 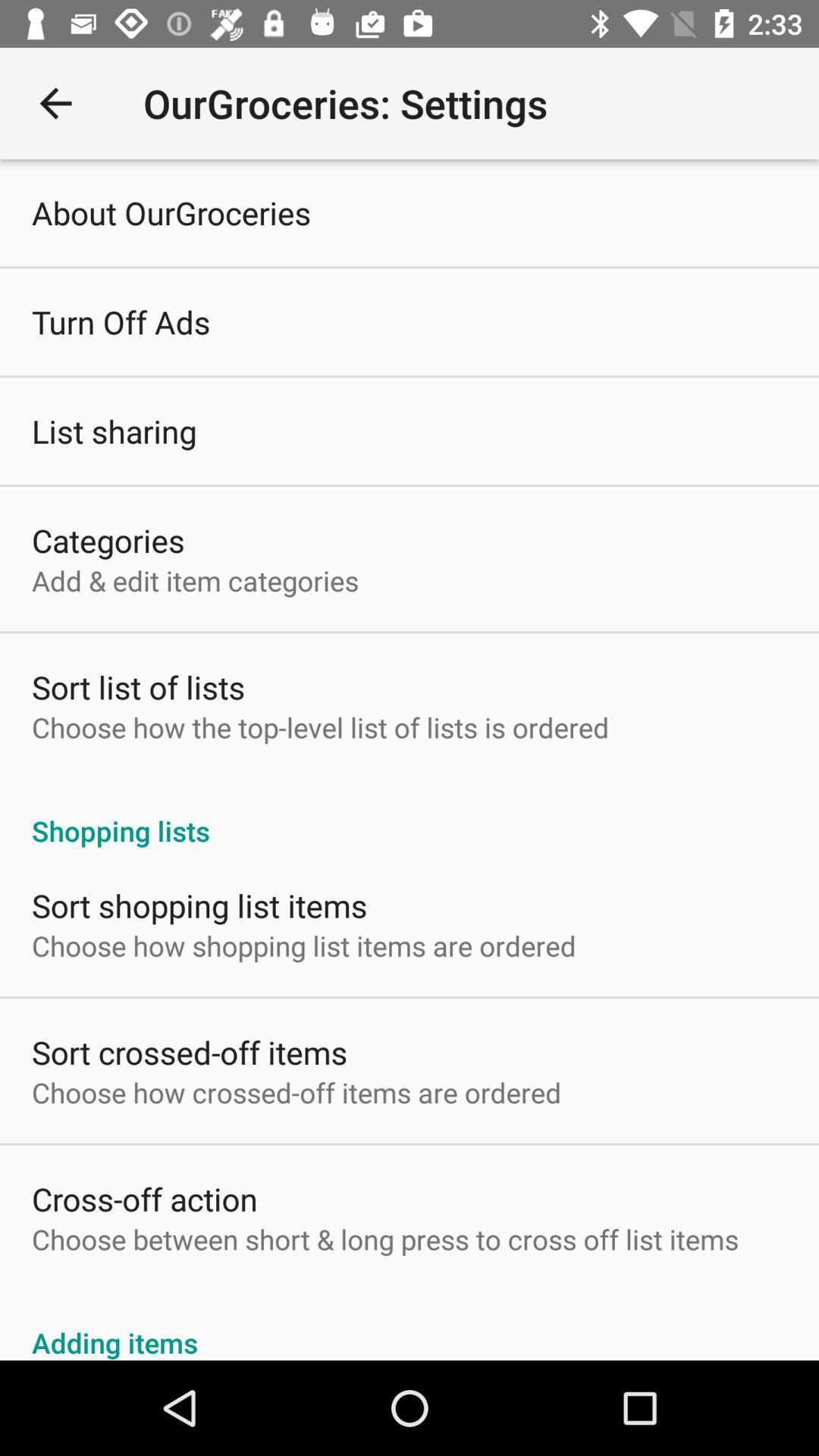 I want to click on adding items, so click(x=409, y=1325).